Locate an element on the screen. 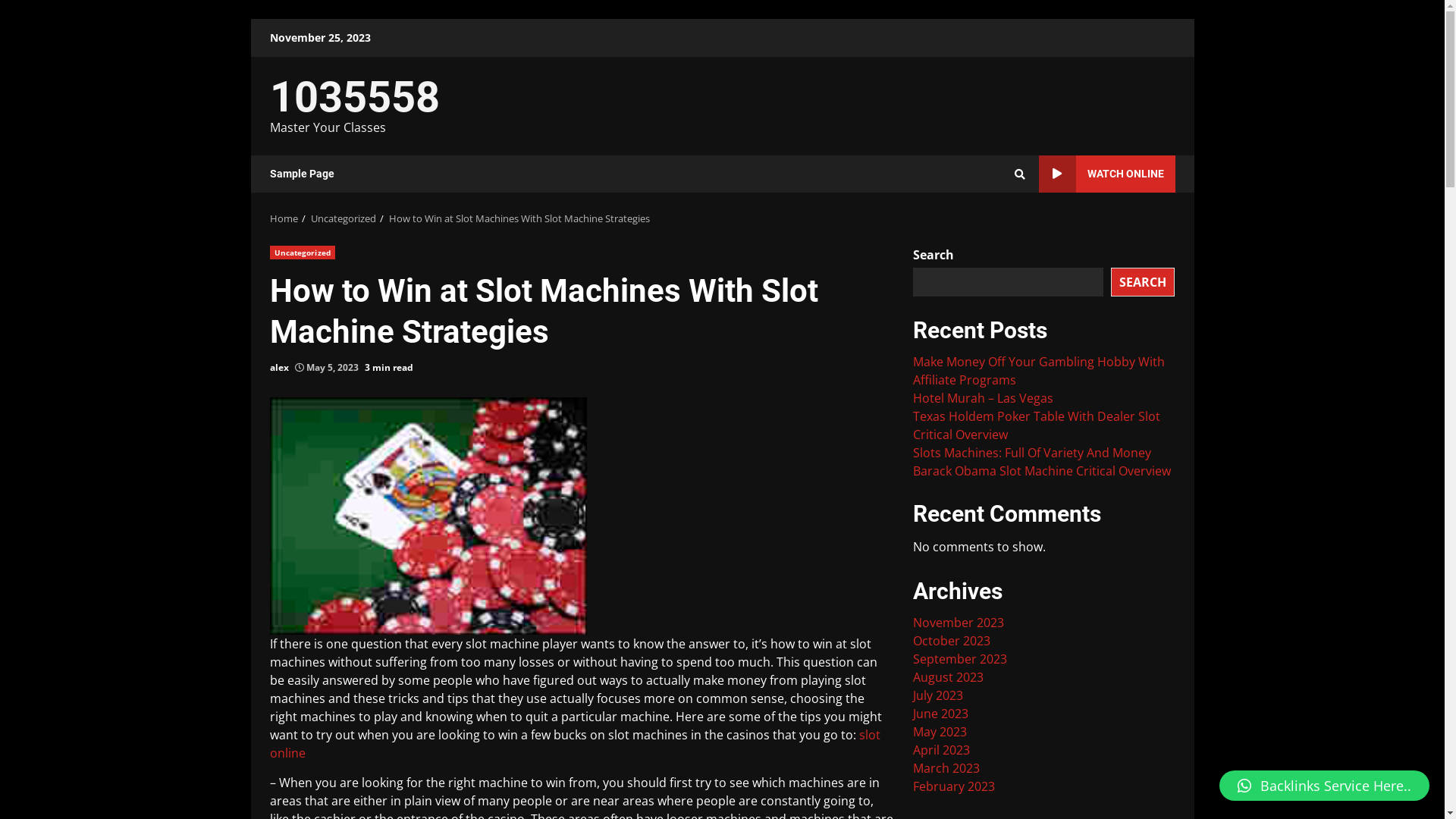  'Search' is located at coordinates (992, 225).